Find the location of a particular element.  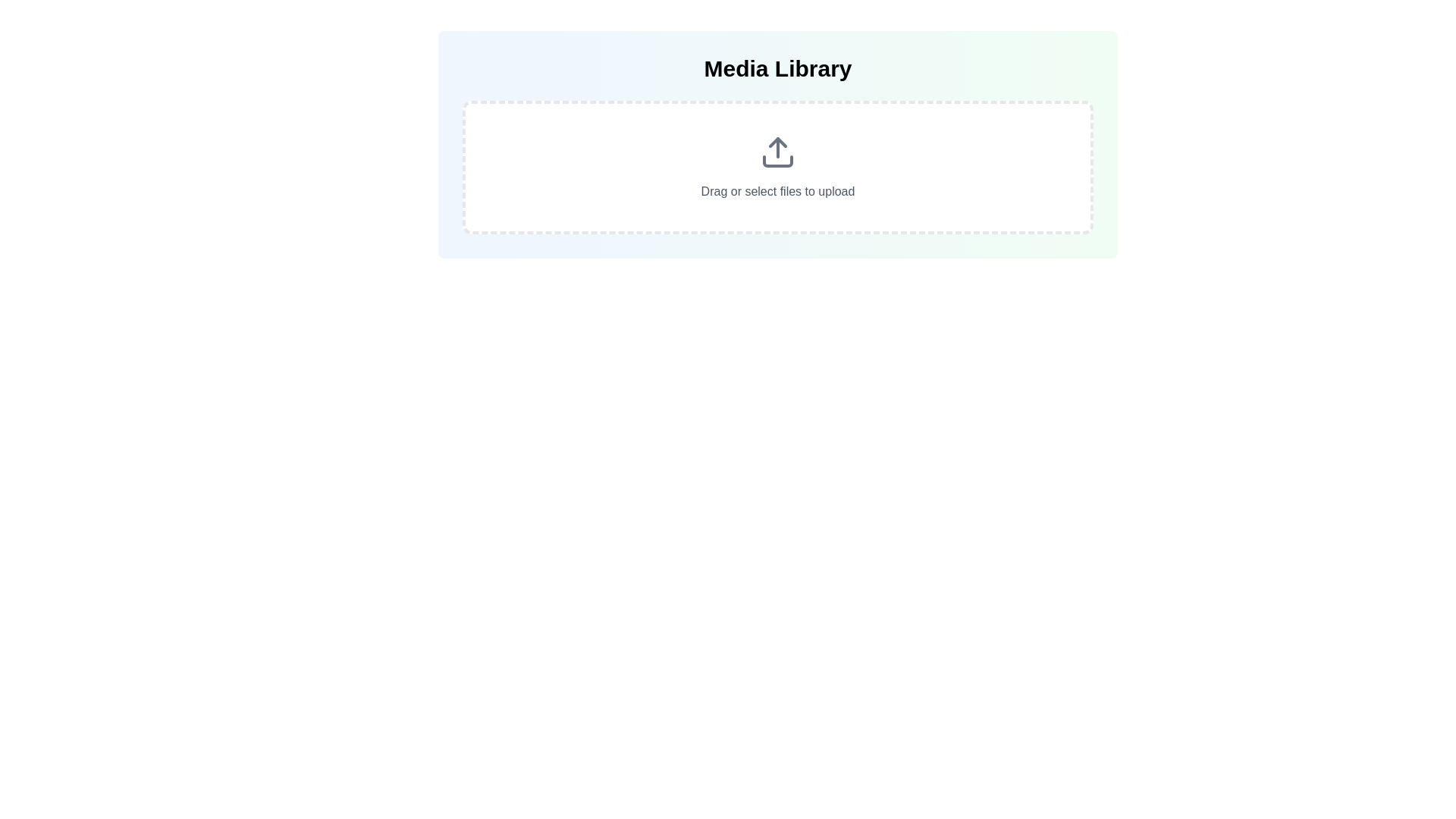

the rectangle part of the upload icon, which is located beneath the upward arrow and is part of an outlined area with dashed borders is located at coordinates (778, 161).